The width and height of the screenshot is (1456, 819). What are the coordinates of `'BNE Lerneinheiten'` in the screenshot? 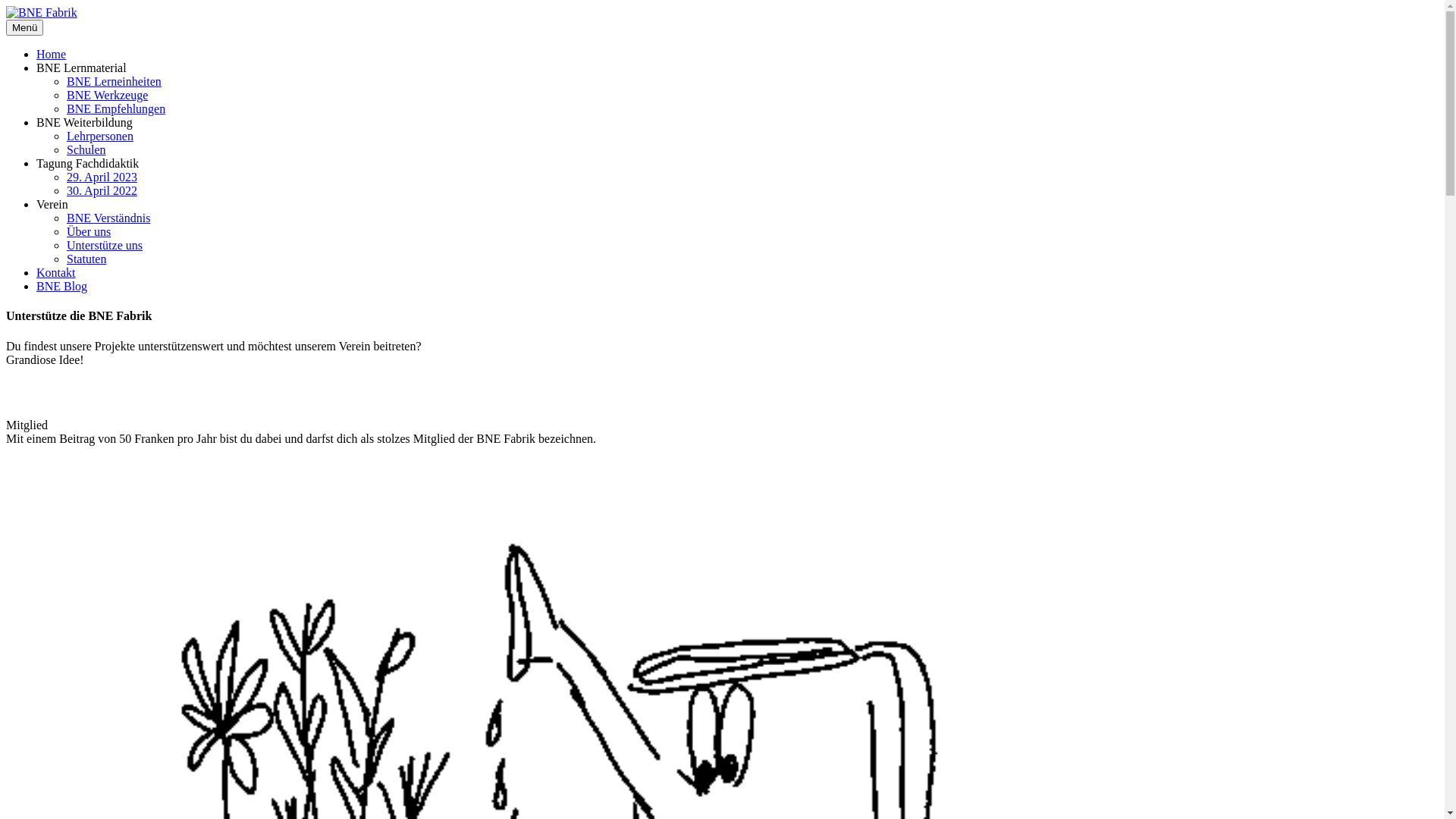 It's located at (113, 81).